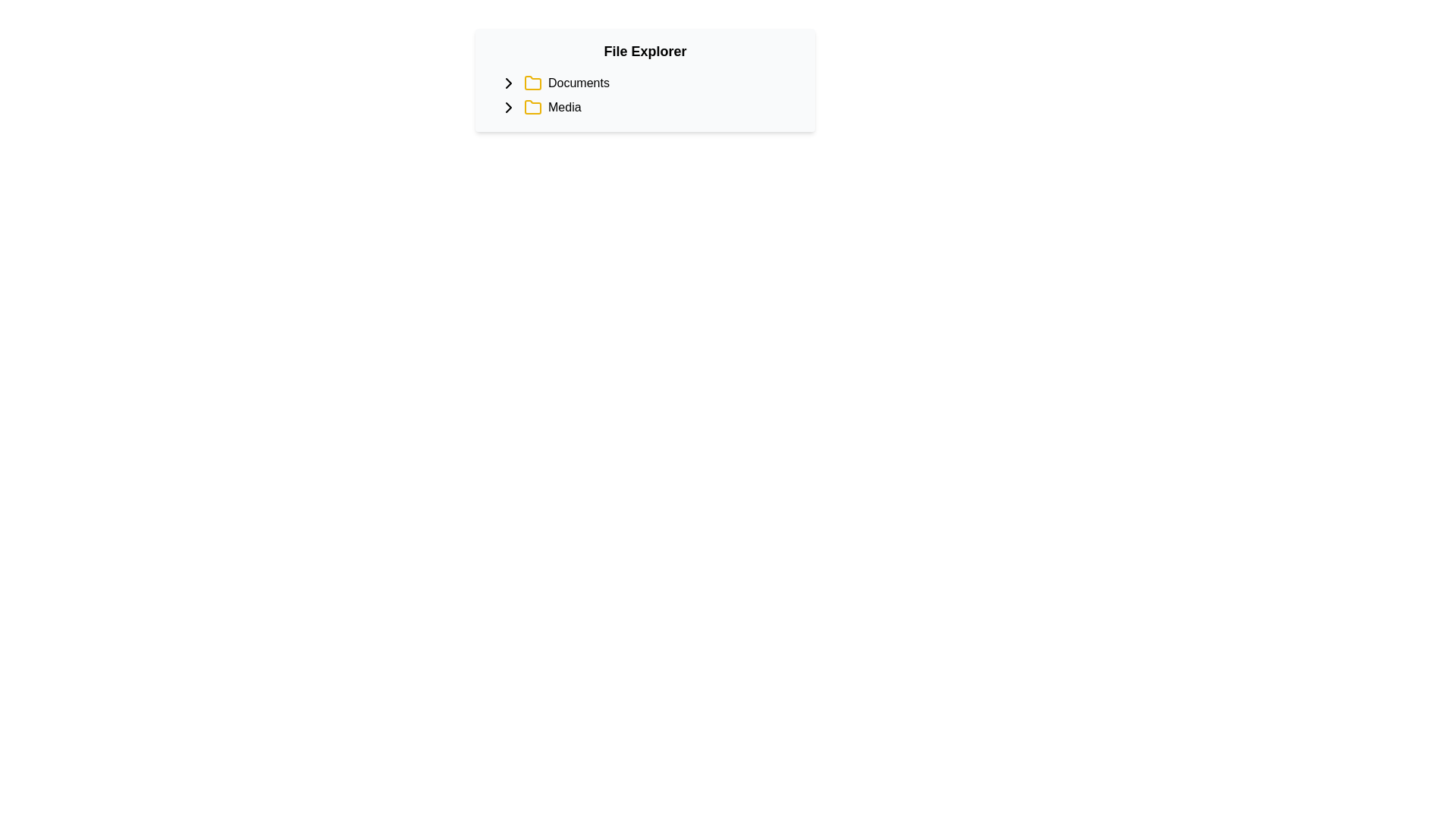 The height and width of the screenshot is (819, 1456). What do you see at coordinates (532, 107) in the screenshot?
I see `the folder icon representing the 'Media' entry in the file explorer interface, which is the second visual element from the left in the grouping with a chevron icon and text label` at bounding box center [532, 107].